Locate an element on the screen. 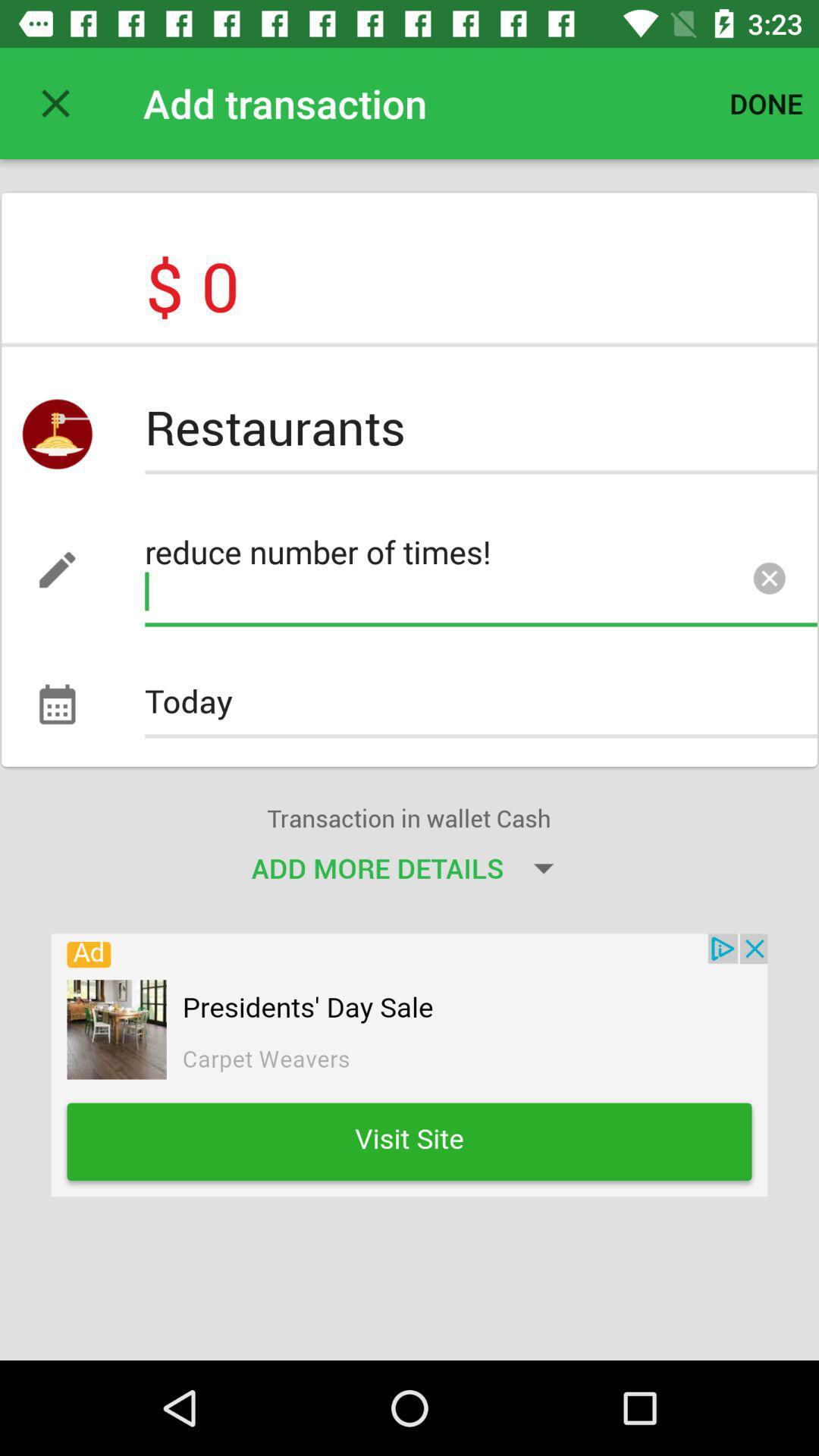 The image size is (819, 1456). exit is located at coordinates (55, 102).